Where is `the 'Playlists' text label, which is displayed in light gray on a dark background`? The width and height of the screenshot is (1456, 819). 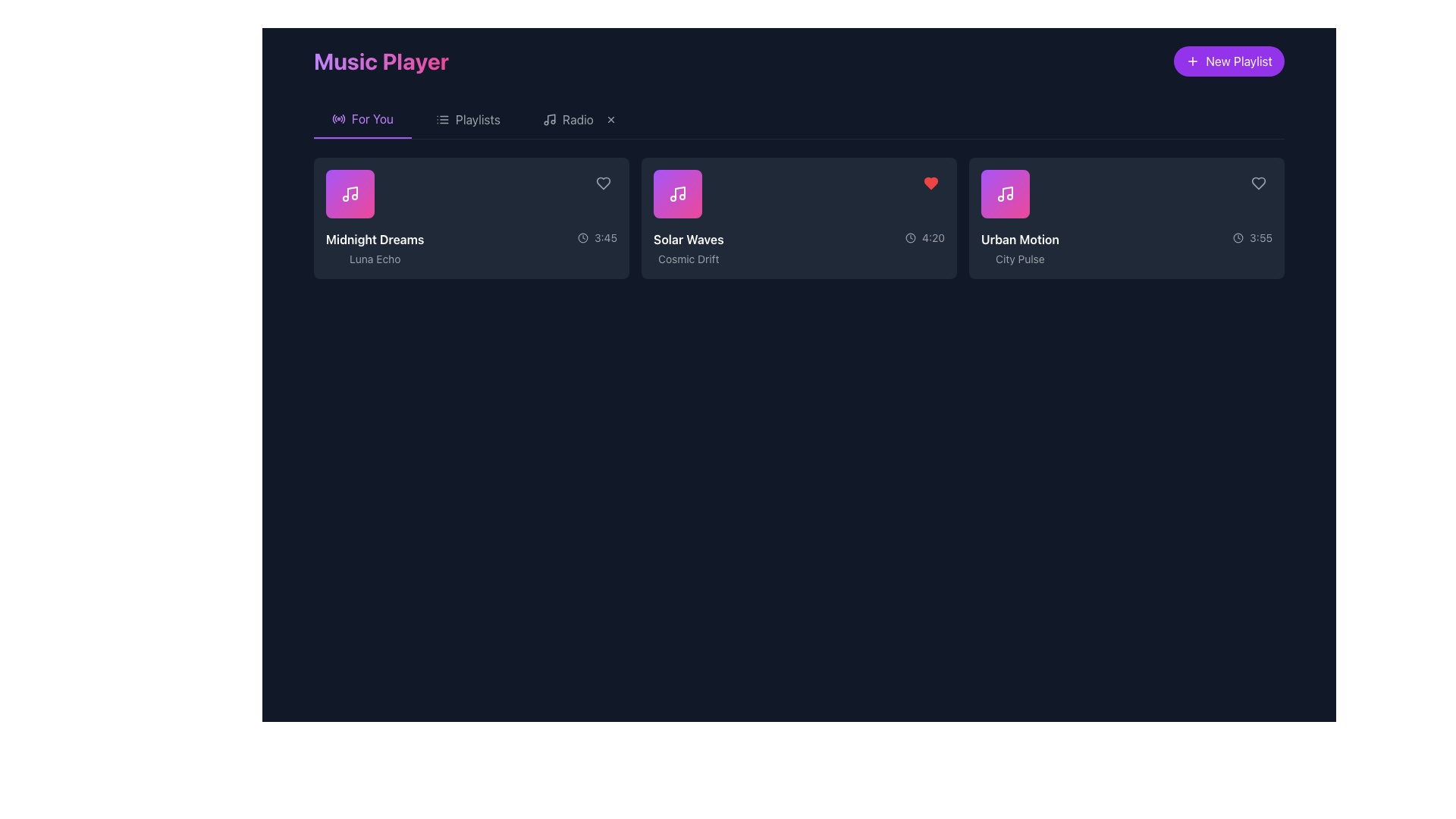
the 'Playlists' text label, which is displayed in light gray on a dark background is located at coordinates (477, 119).